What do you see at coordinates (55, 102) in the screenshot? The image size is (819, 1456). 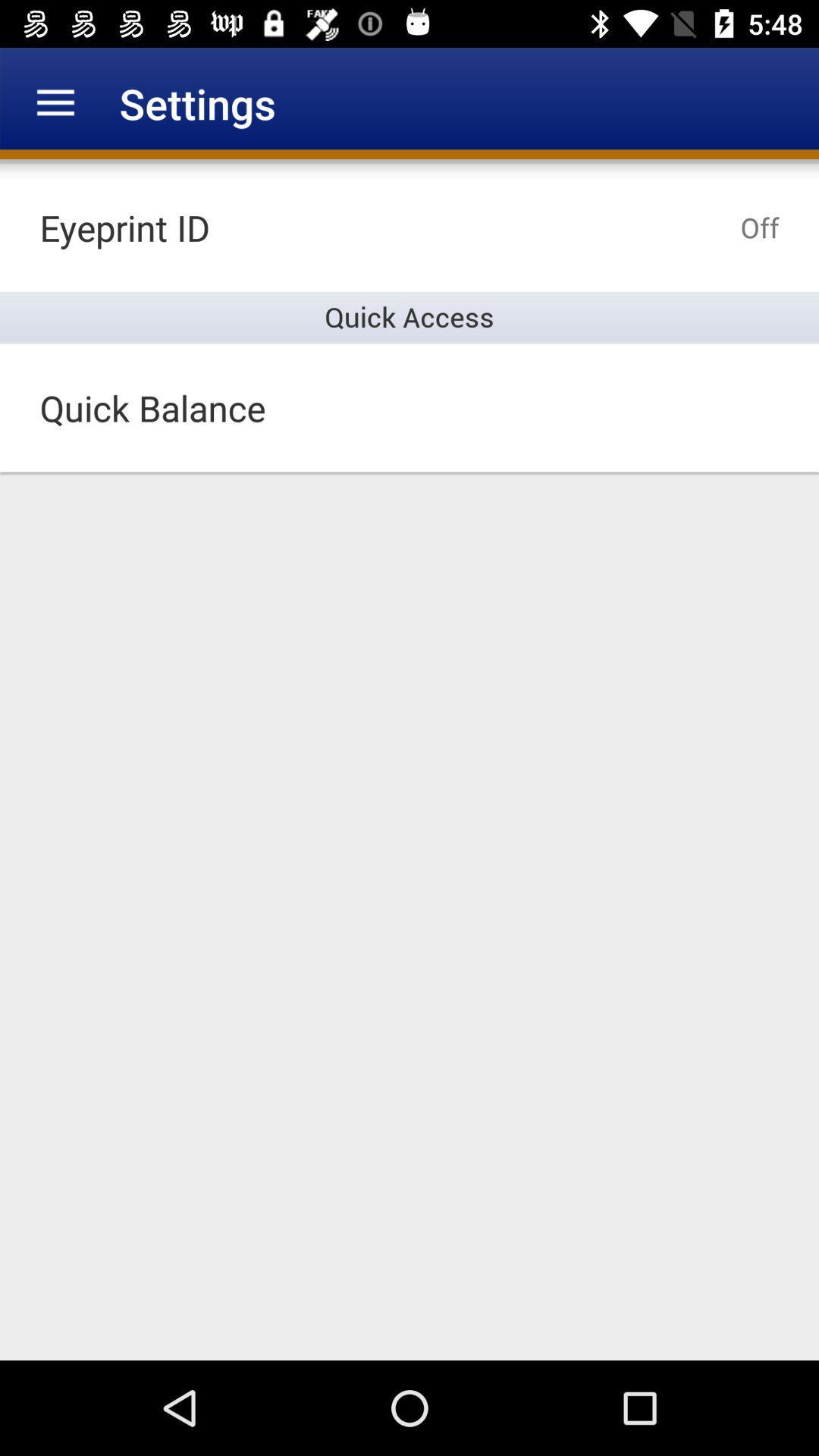 I see `the icon next to settings icon` at bounding box center [55, 102].